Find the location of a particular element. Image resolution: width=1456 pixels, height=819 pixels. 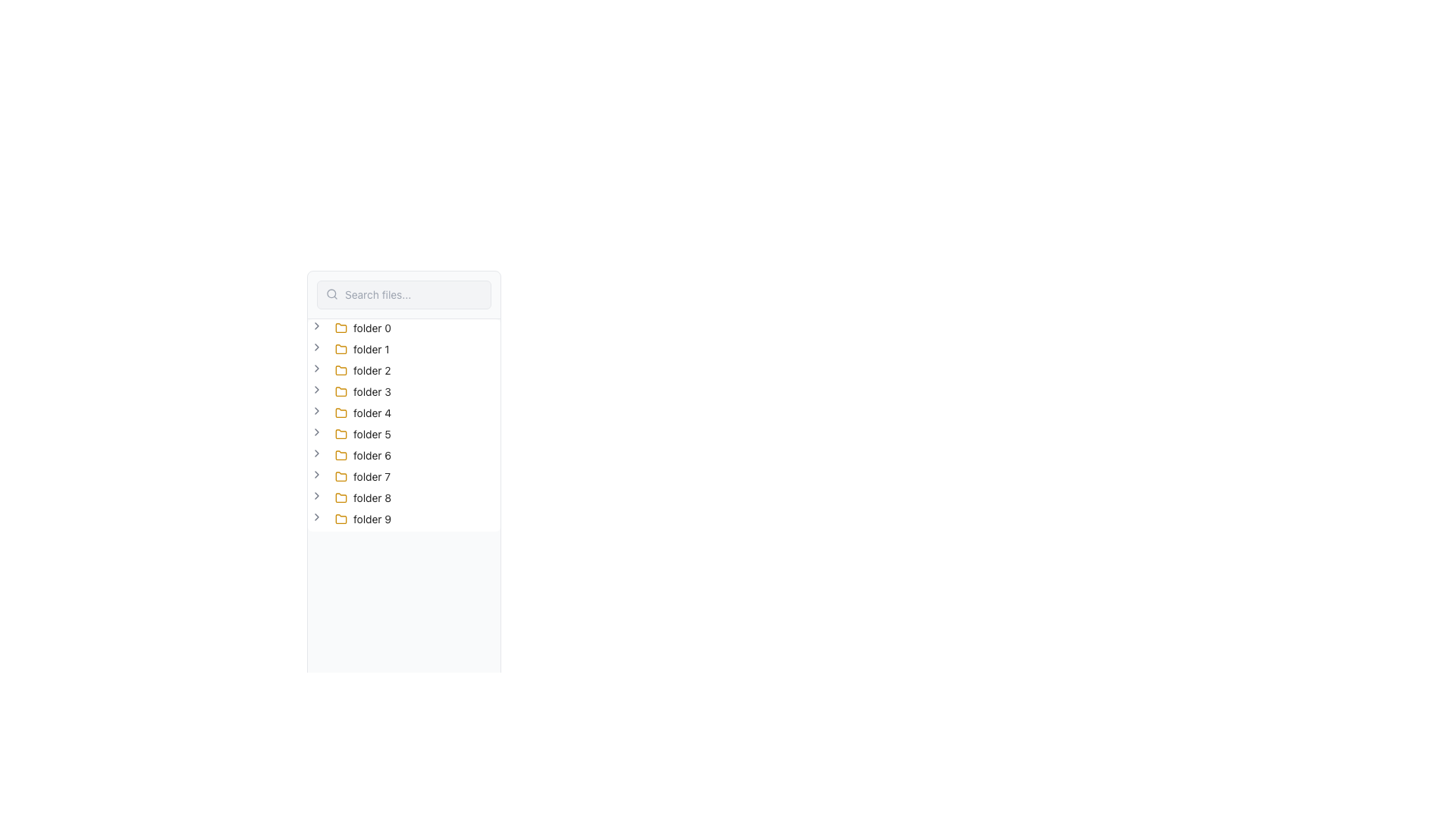

the right-facing chevron icon to the left of 'folder 7' in the tree-view structure is located at coordinates (315, 475).